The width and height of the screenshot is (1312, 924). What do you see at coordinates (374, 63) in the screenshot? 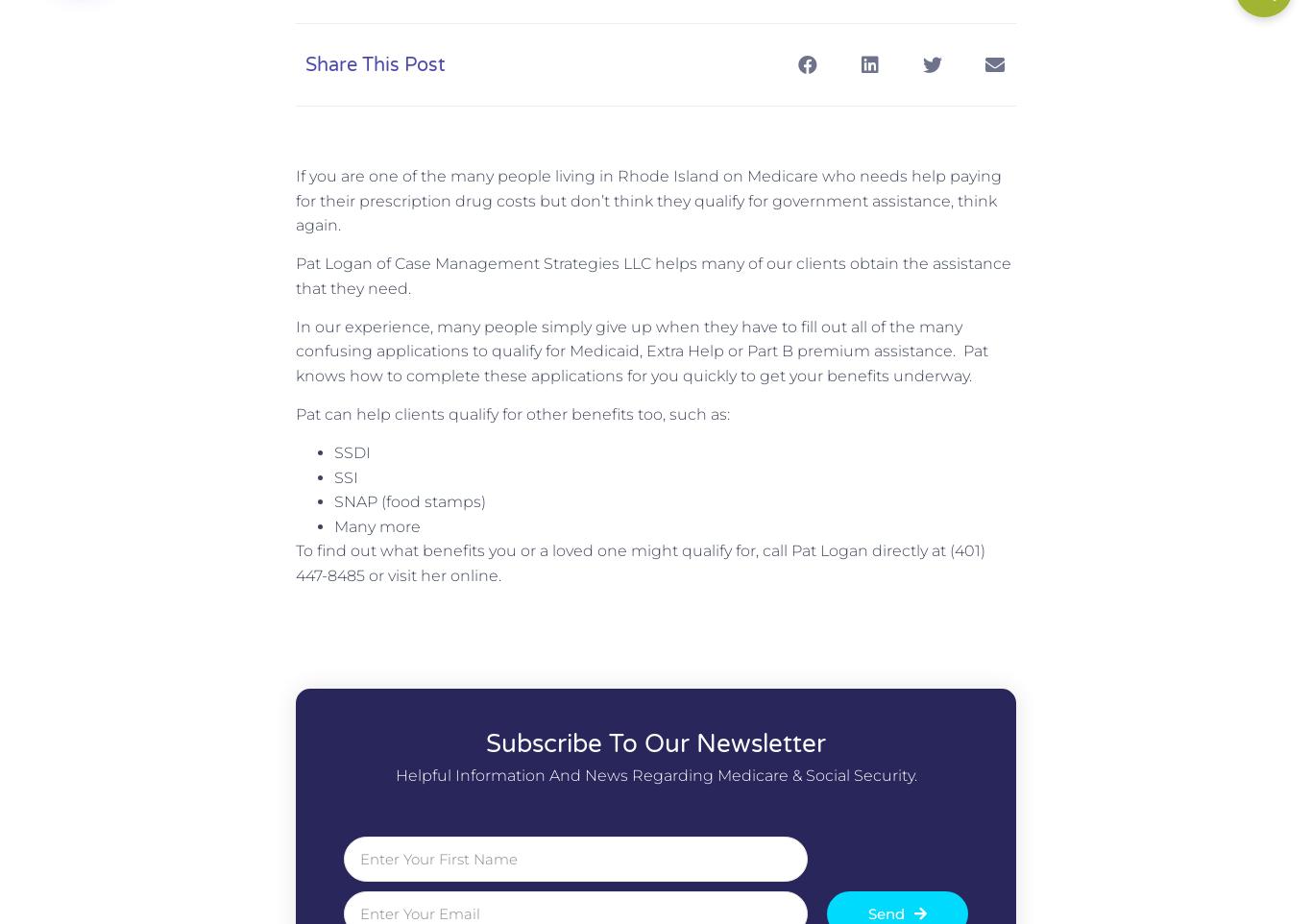
I see `'Share This Post'` at bounding box center [374, 63].